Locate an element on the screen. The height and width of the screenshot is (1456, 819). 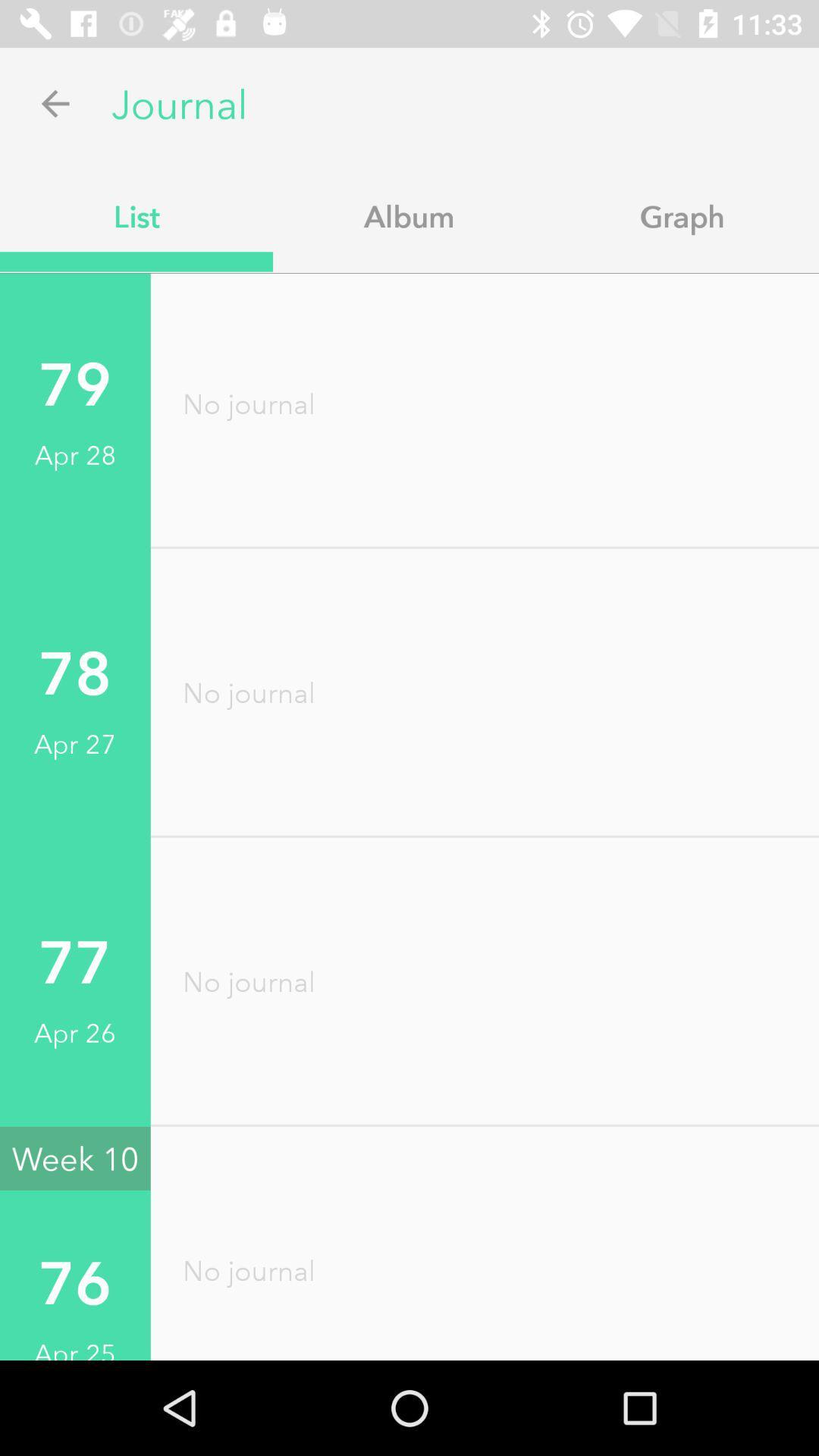
the album is located at coordinates (409, 215).